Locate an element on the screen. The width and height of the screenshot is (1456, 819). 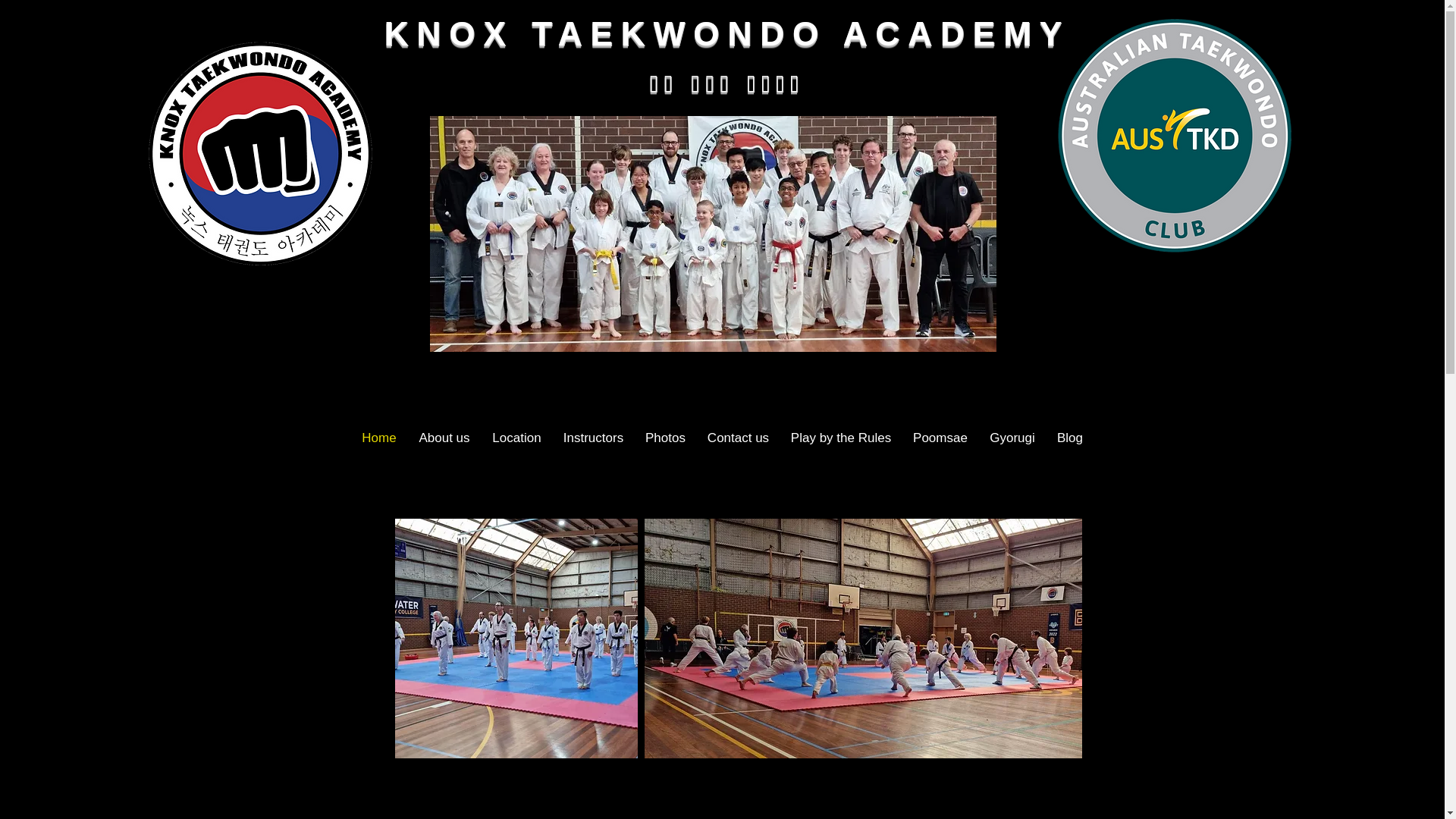
'Gyorugi' is located at coordinates (1012, 438).